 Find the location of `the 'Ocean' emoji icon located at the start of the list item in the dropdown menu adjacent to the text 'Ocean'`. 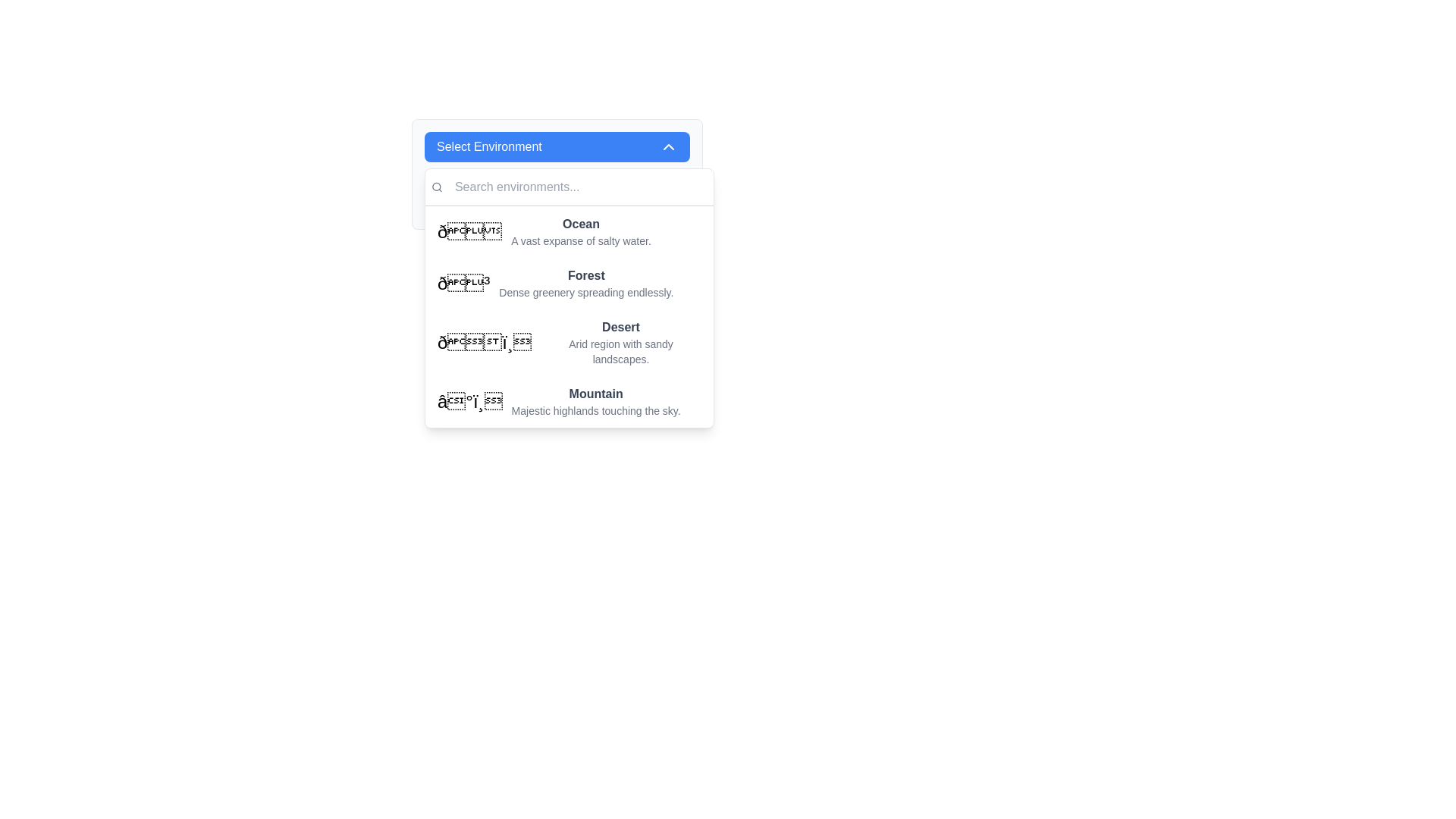

the 'Ocean' emoji icon located at the start of the list item in the dropdown menu adjacent to the text 'Ocean' is located at coordinates (469, 231).